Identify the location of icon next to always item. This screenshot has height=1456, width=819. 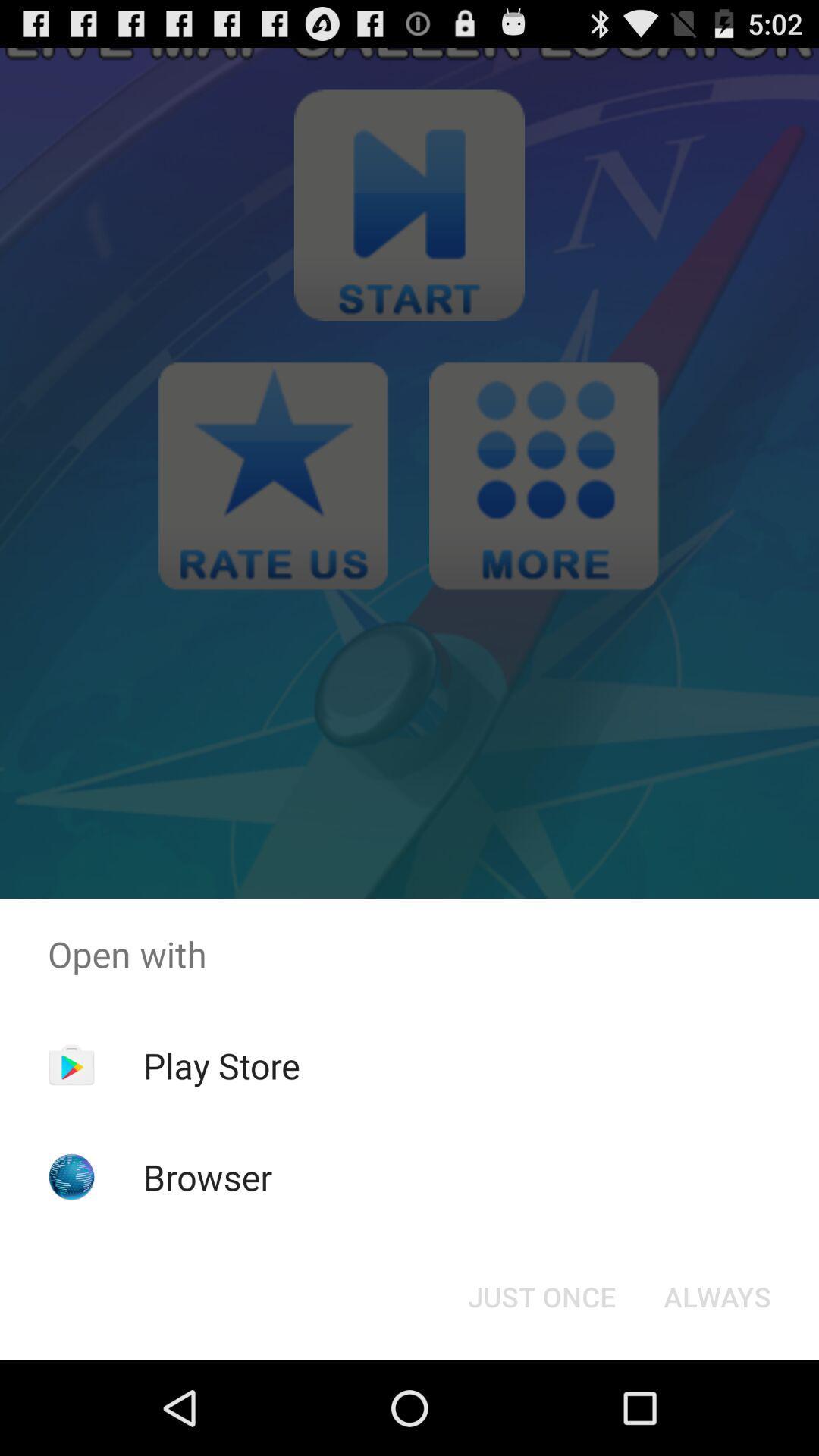
(541, 1295).